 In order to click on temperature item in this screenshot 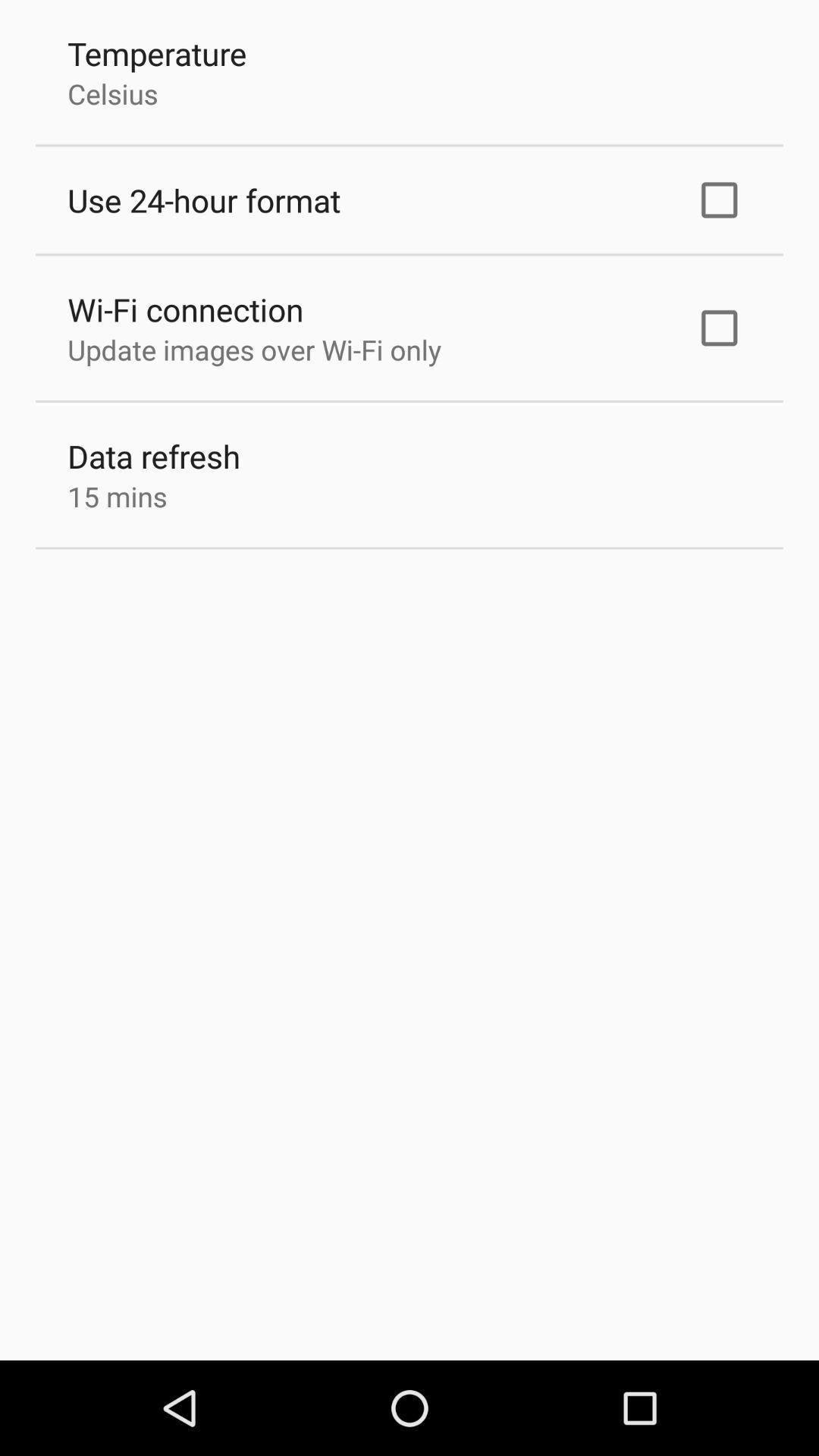, I will do `click(157, 53)`.